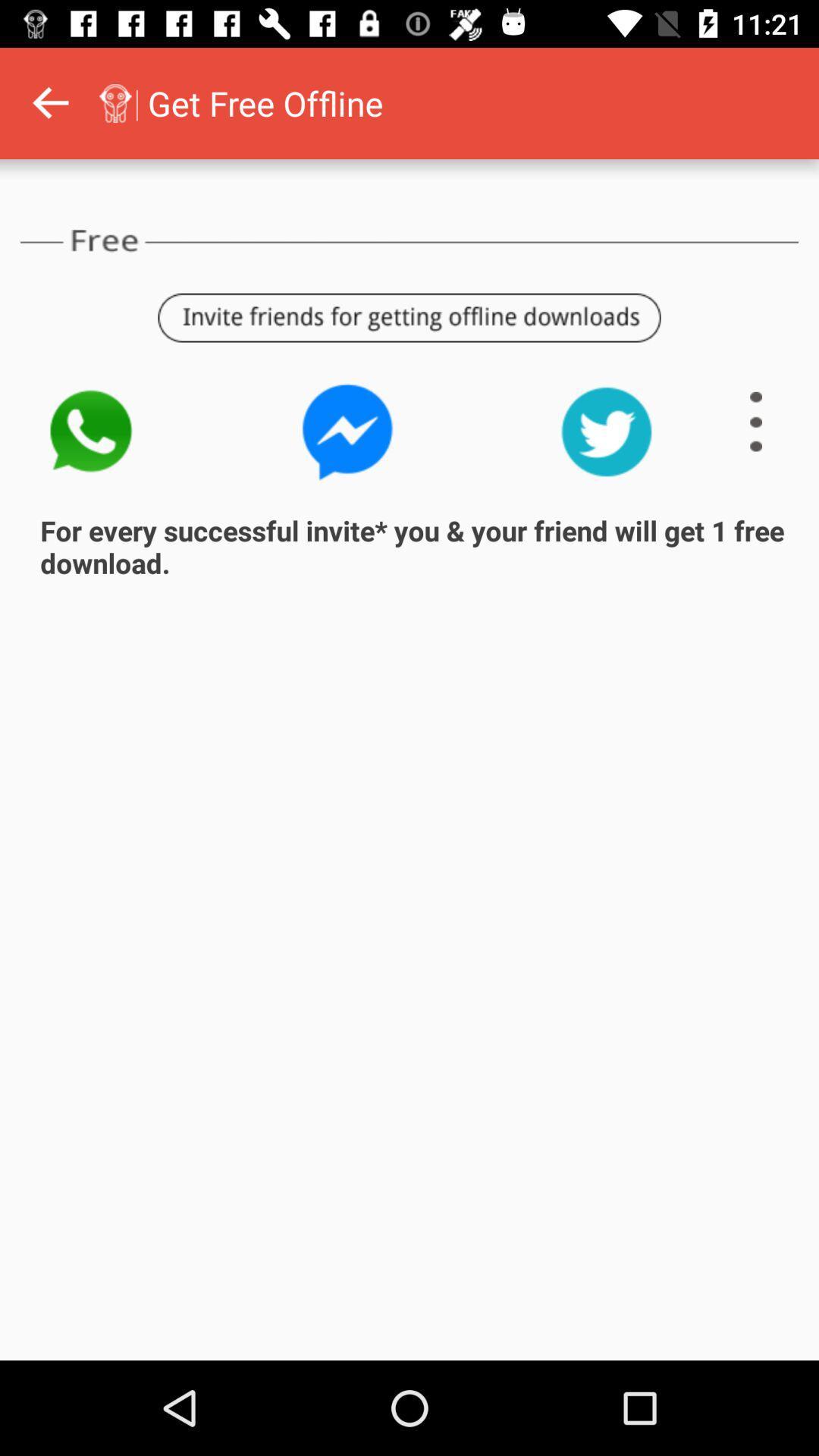 This screenshot has width=819, height=1456. What do you see at coordinates (49, 102) in the screenshot?
I see `back` at bounding box center [49, 102].